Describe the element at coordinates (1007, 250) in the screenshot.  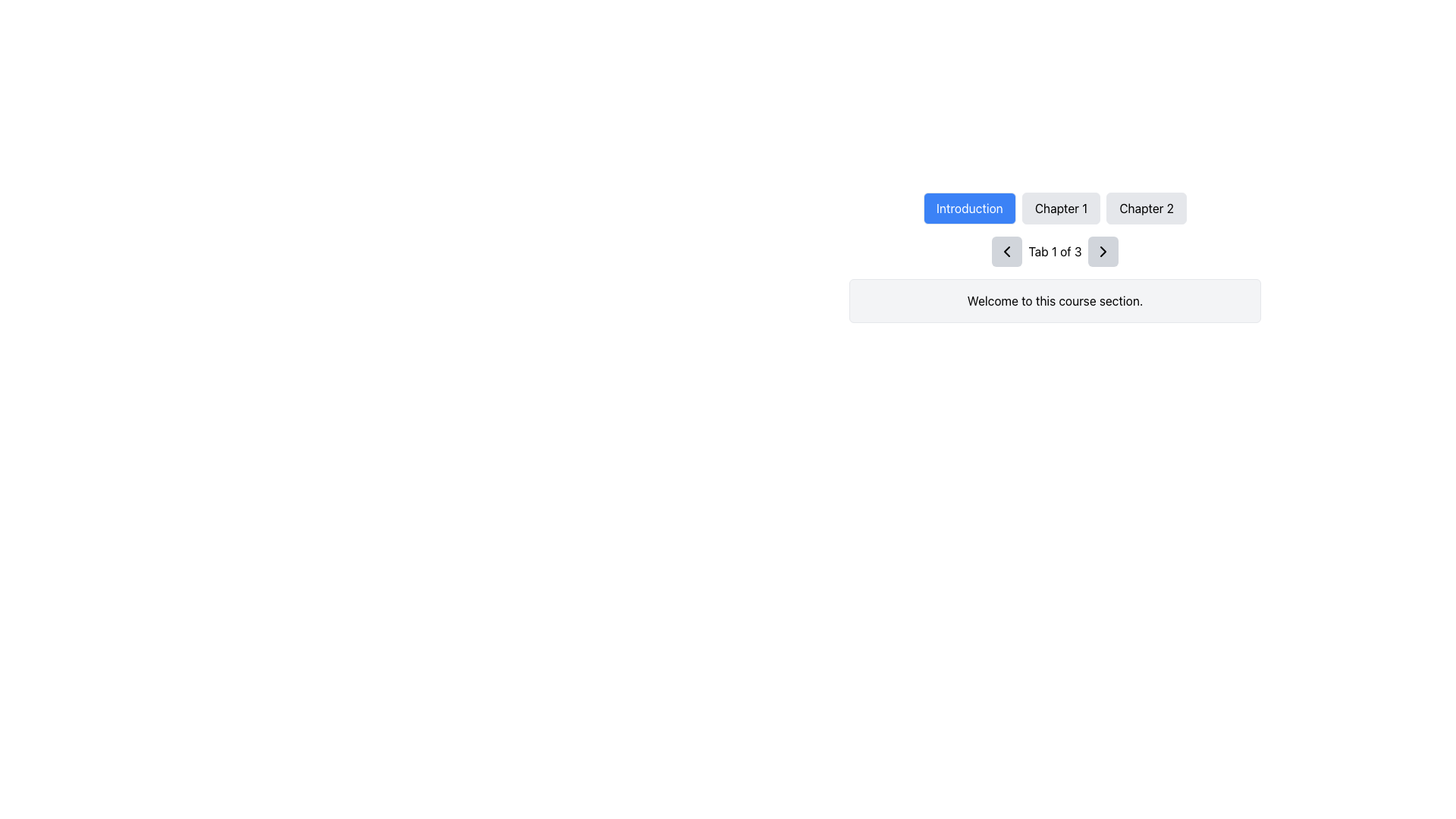
I see `the left-pointing chevron icon` at that location.